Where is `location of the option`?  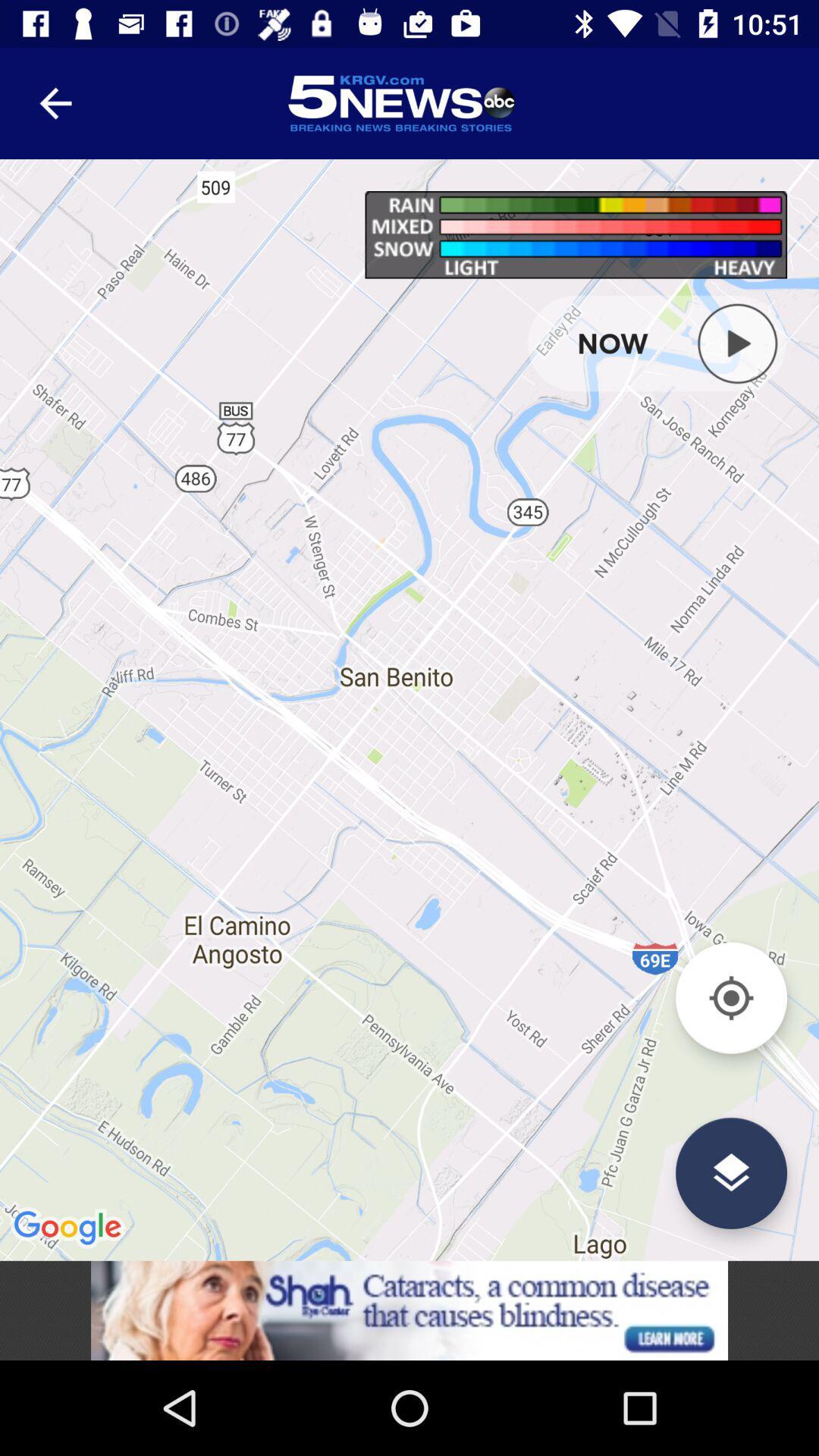 location of the option is located at coordinates (730, 1172).